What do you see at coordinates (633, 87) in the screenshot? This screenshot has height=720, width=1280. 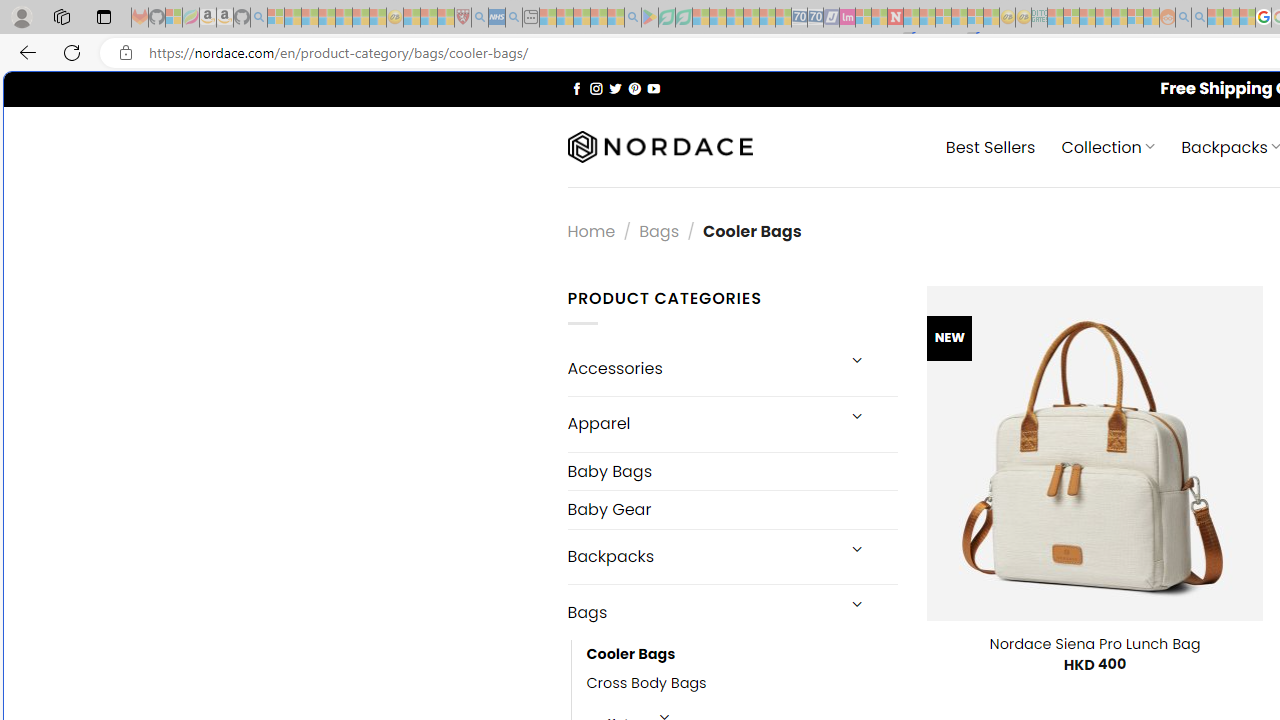 I see `'Follow on Pinterest'` at bounding box center [633, 87].